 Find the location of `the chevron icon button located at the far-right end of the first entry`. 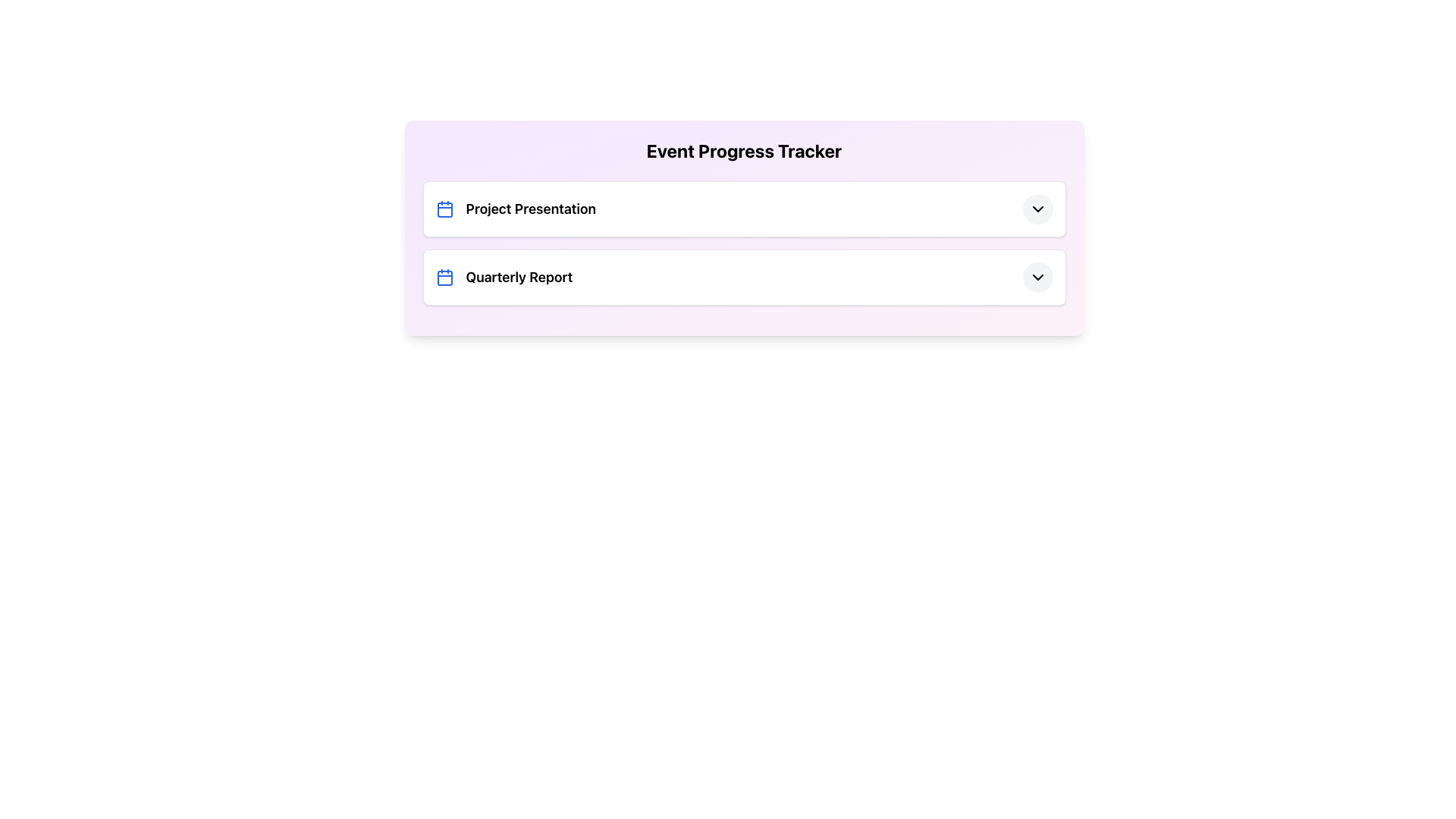

the chevron icon button located at the far-right end of the first entry is located at coordinates (1037, 209).